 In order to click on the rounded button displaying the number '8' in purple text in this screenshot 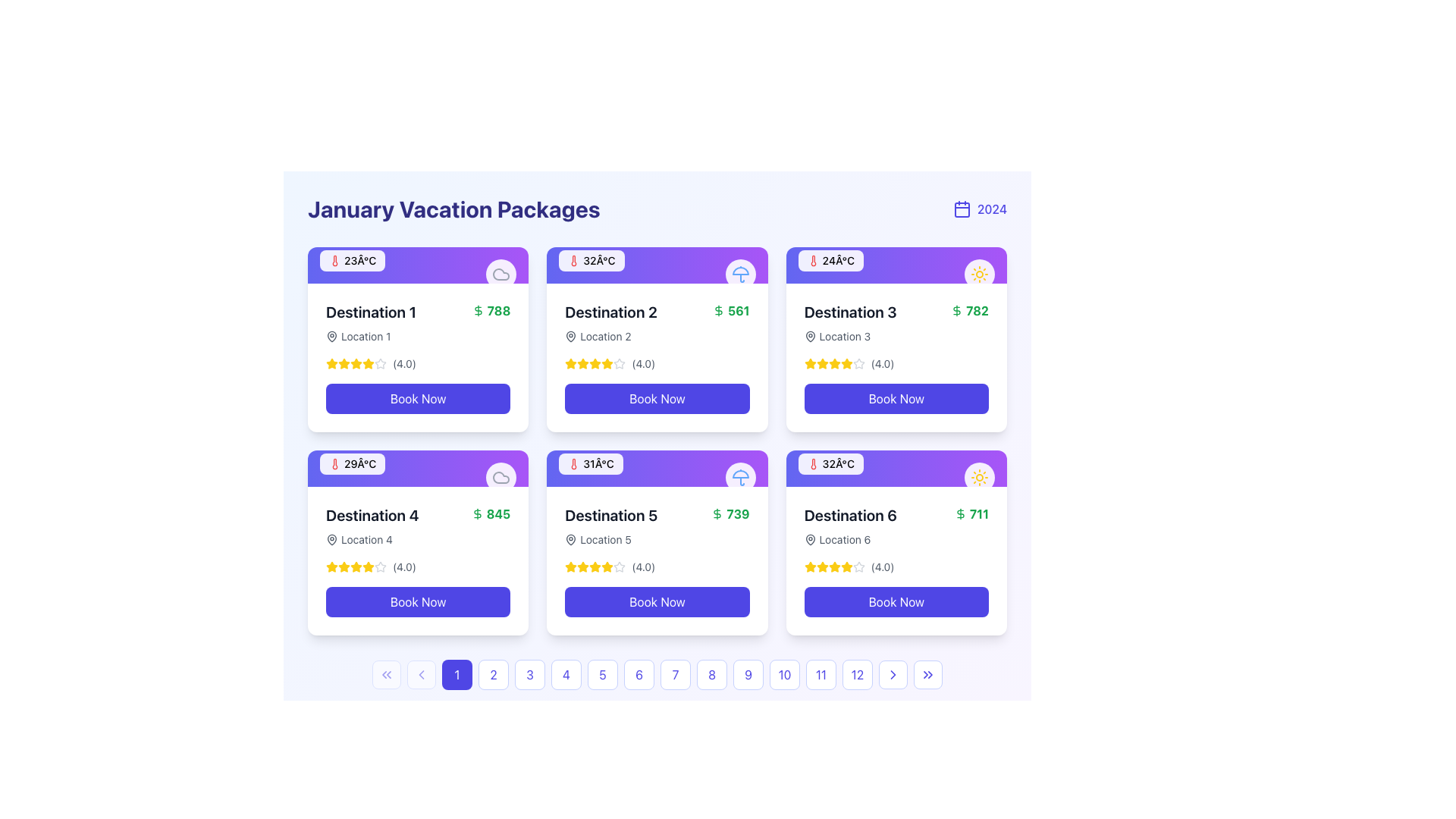, I will do `click(711, 674)`.